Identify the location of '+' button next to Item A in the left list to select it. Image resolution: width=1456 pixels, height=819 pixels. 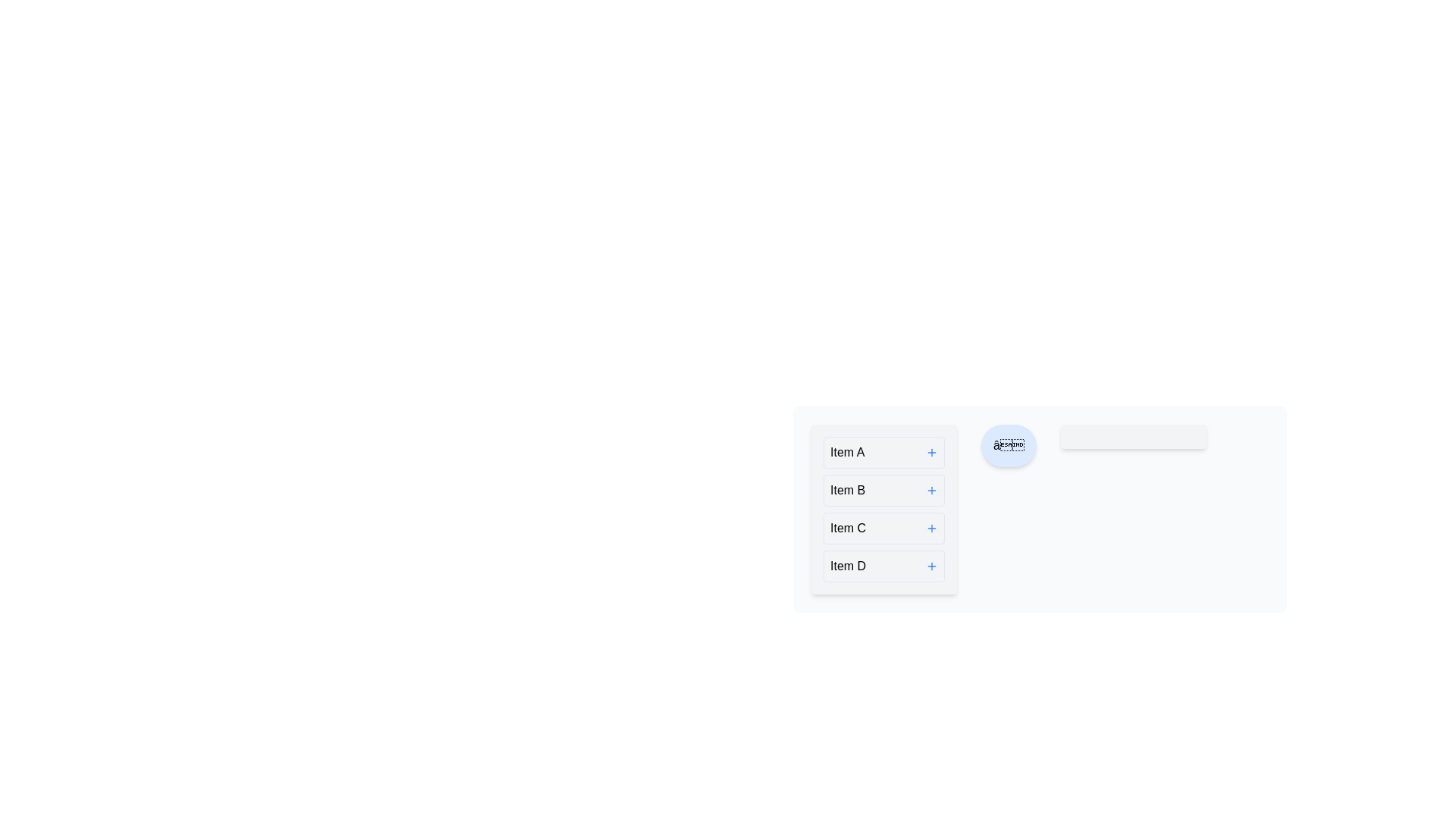
(930, 452).